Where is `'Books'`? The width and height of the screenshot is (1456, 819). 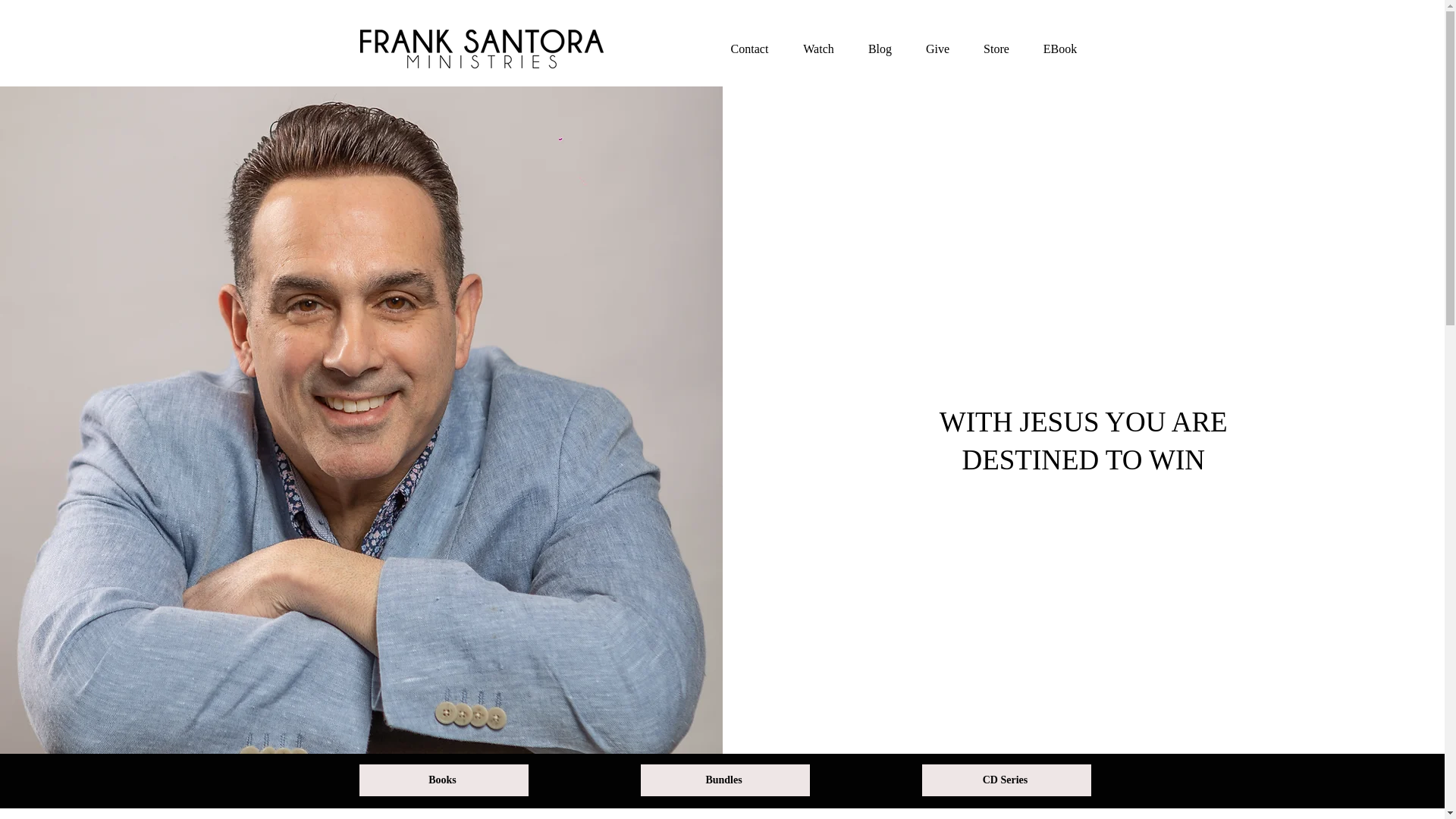 'Books' is located at coordinates (443, 780).